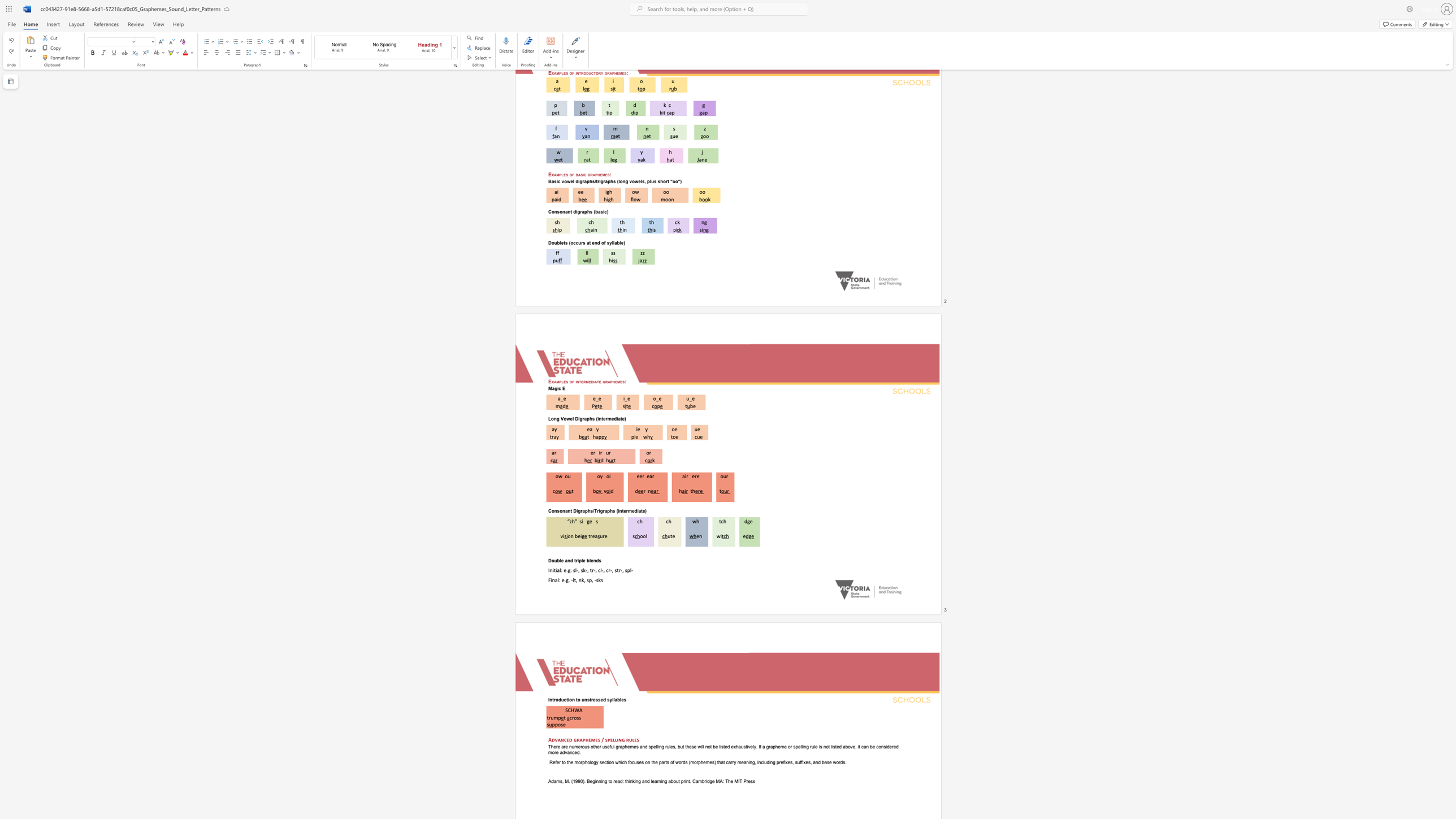  What do you see at coordinates (696, 476) in the screenshot?
I see `the space between the continuous character "r" and "e" in the text` at bounding box center [696, 476].